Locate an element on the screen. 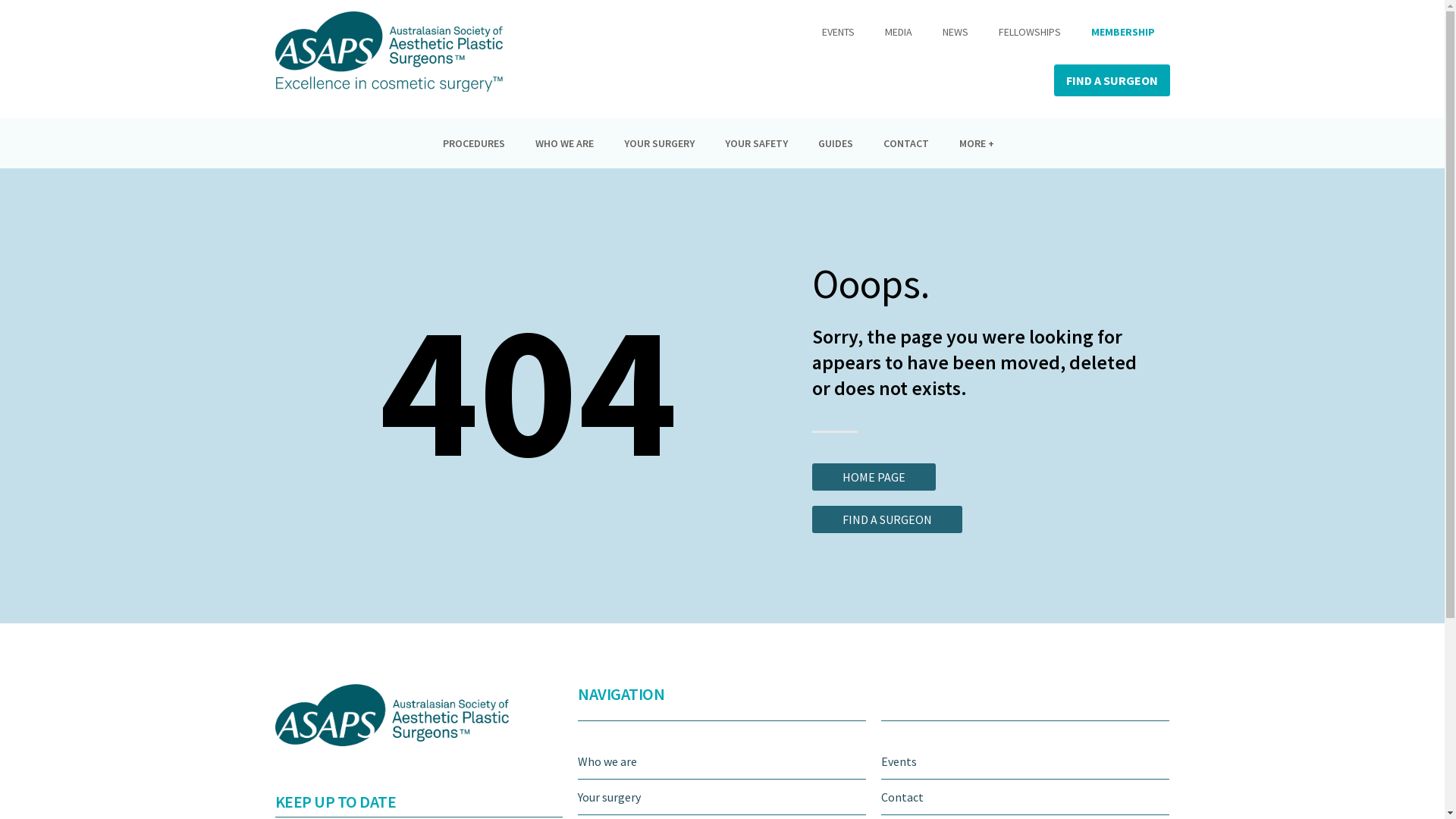  'MEDIA' is located at coordinates (898, 32).